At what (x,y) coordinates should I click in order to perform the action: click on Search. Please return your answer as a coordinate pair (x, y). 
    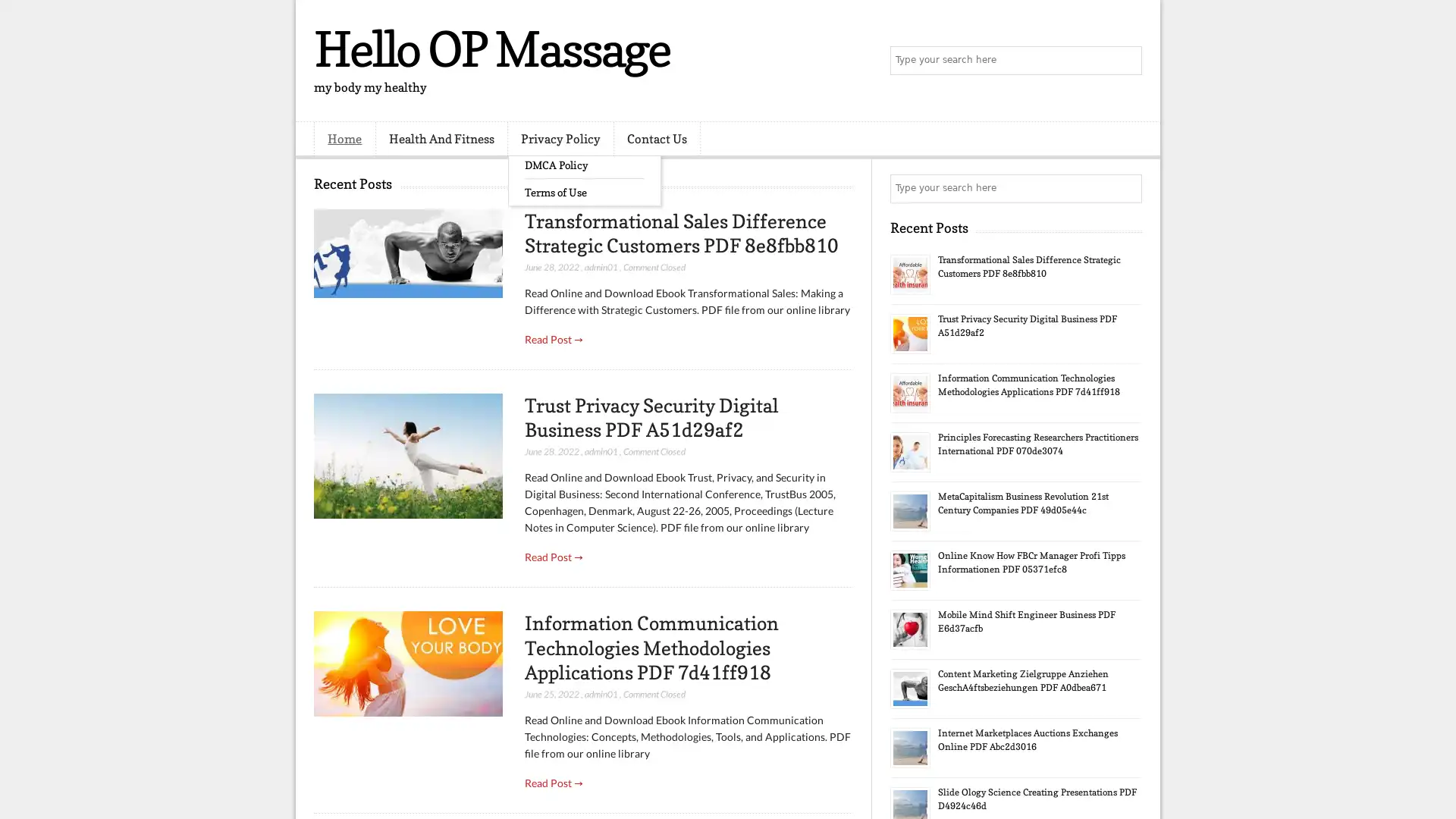
    Looking at the image, I should click on (1126, 61).